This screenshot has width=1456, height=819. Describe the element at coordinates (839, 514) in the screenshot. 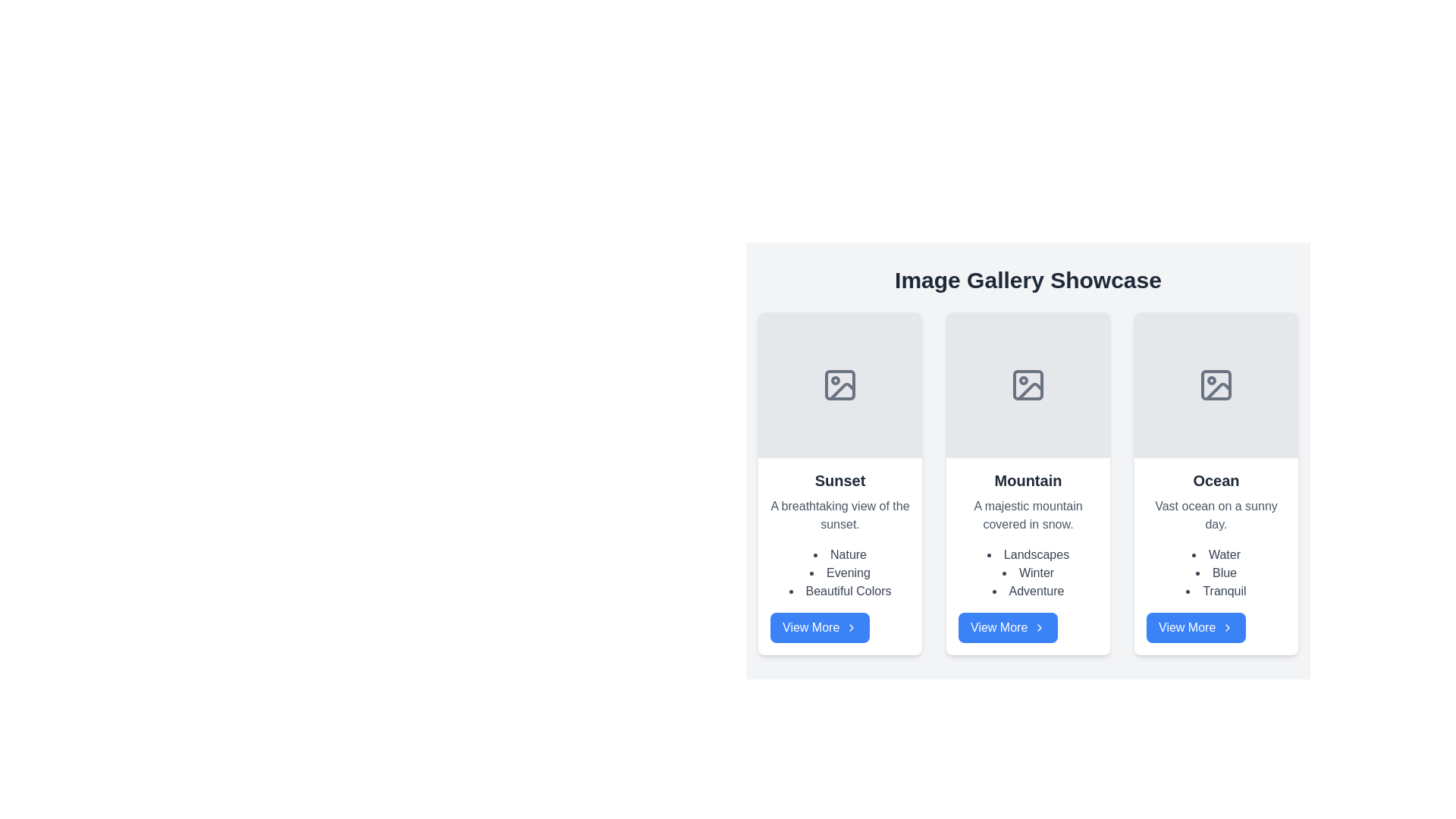

I see `the textual description that reads 'A breathtaking view of the sunset.', which is styled in gray and positioned below the header 'Sunset' in a card layout` at that location.